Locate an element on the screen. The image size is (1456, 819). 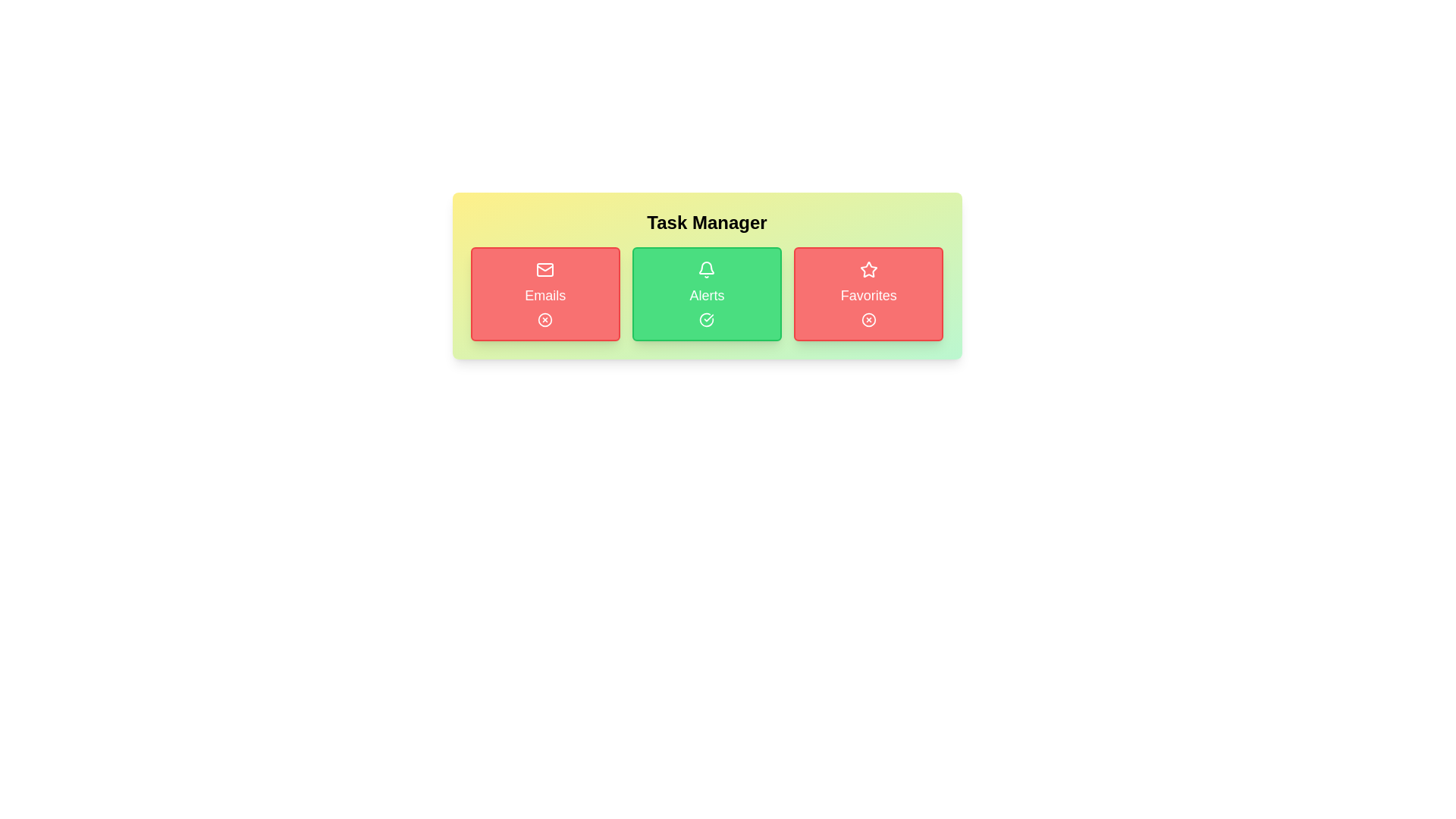
the task button labeled 'Emails' to inspect its icon is located at coordinates (545, 294).